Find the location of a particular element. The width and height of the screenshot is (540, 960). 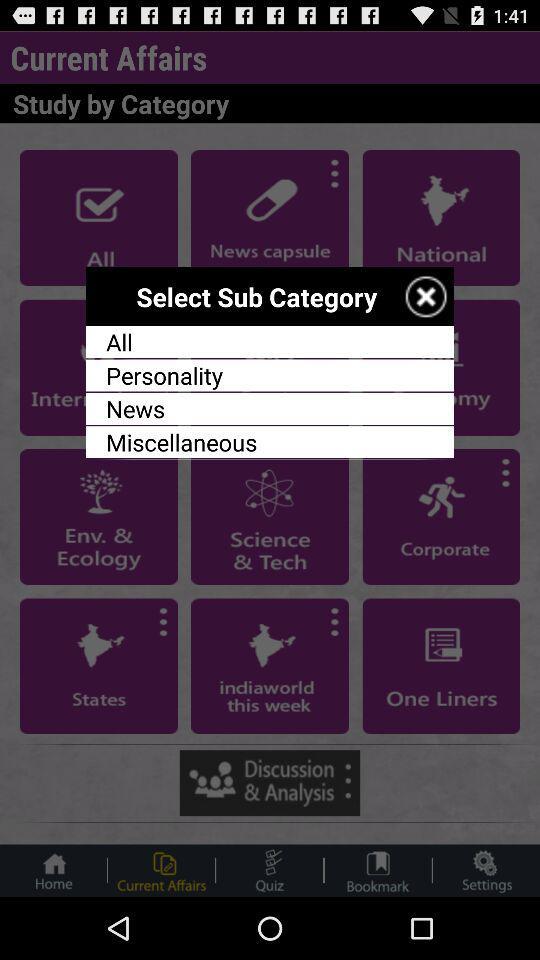

the app below all item is located at coordinates (270, 374).